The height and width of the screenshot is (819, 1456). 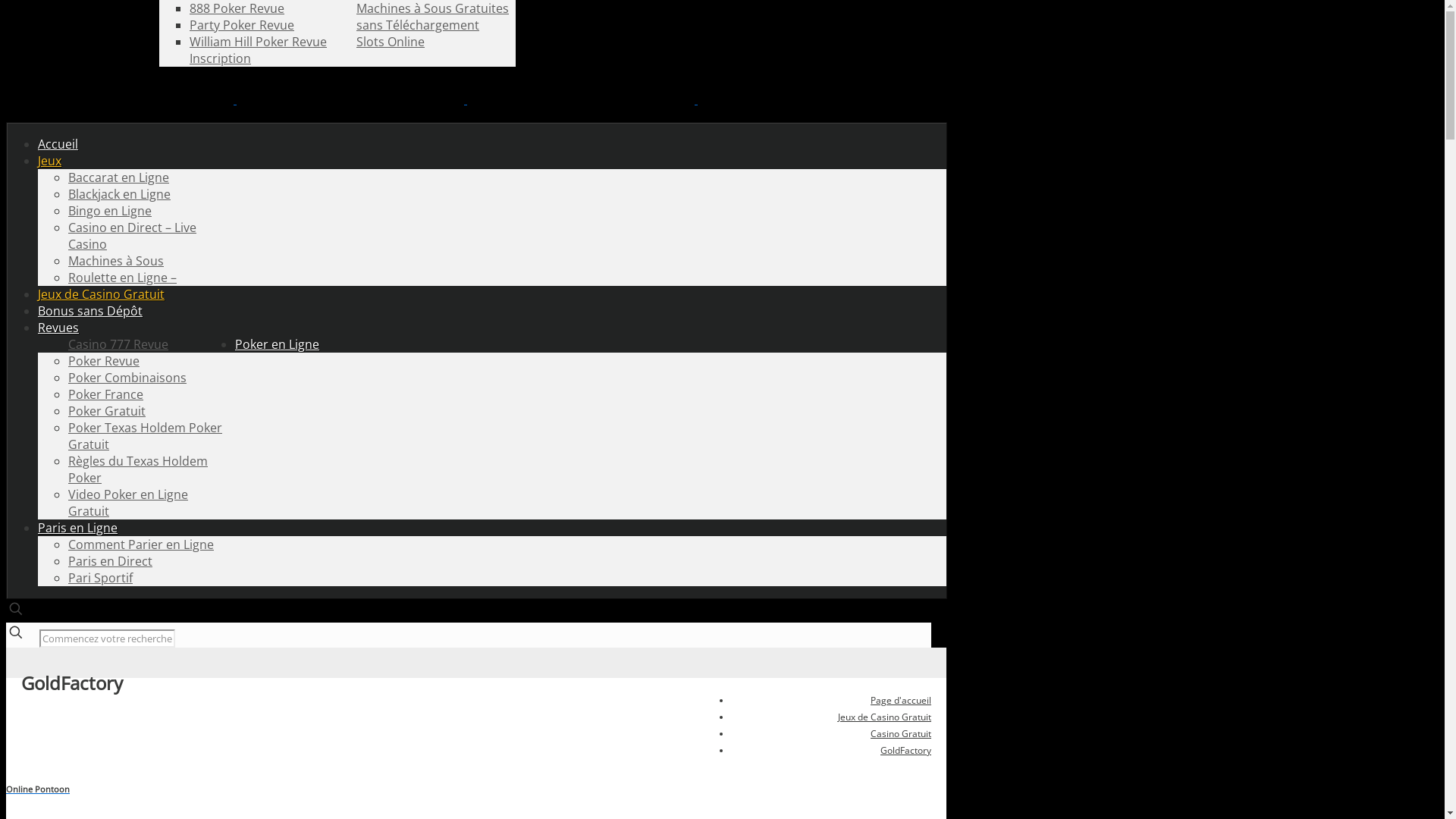 What do you see at coordinates (900, 733) in the screenshot?
I see `'Casino Gratuit'` at bounding box center [900, 733].